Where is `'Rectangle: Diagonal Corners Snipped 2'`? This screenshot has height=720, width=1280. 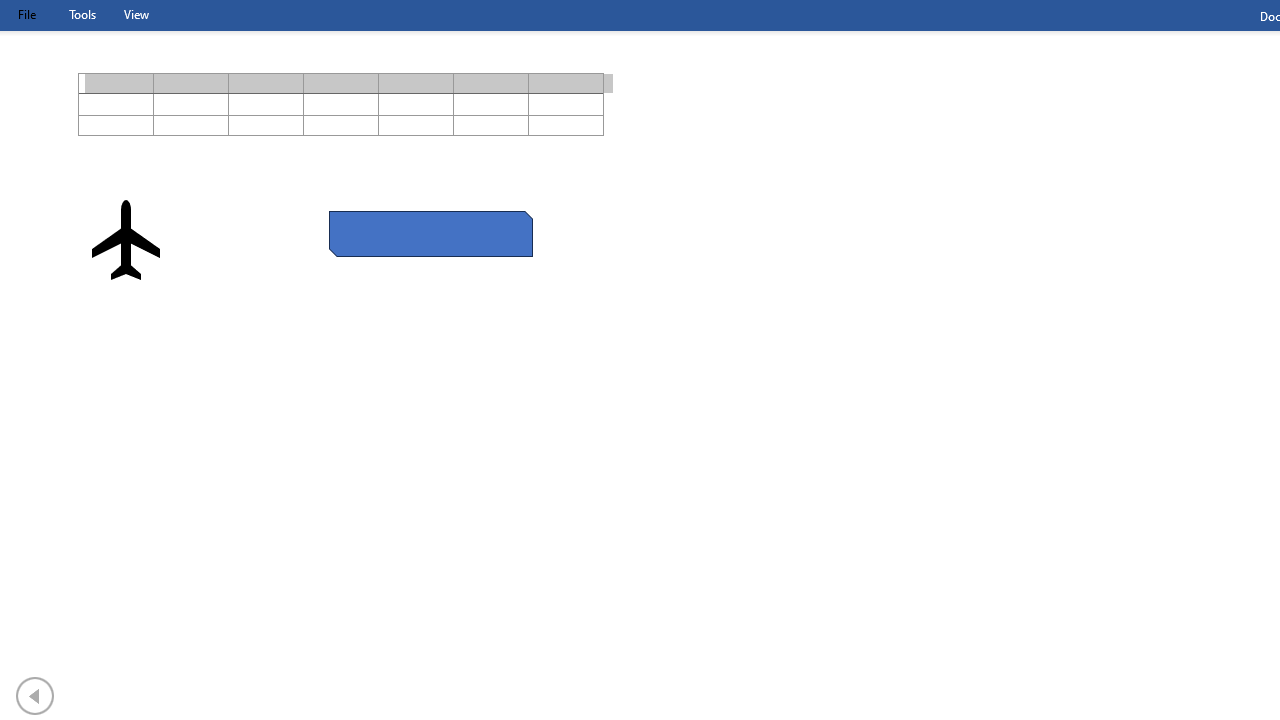
'Rectangle: Diagonal Corners Snipped 2' is located at coordinates (429, 233).